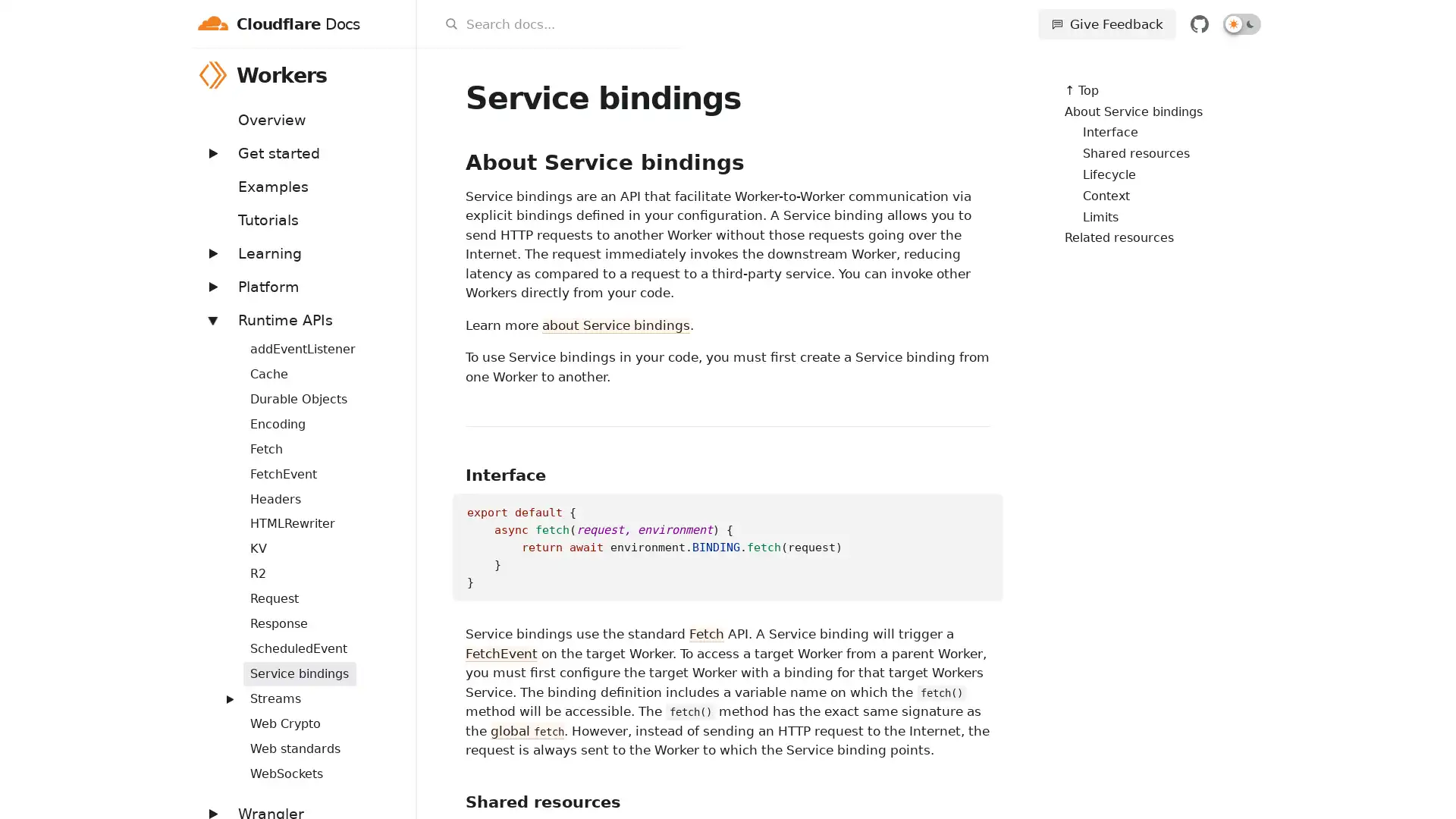 This screenshot has height=819, width=1456. Describe the element at coordinates (1106, 24) in the screenshot. I see `Give Feedback` at that location.